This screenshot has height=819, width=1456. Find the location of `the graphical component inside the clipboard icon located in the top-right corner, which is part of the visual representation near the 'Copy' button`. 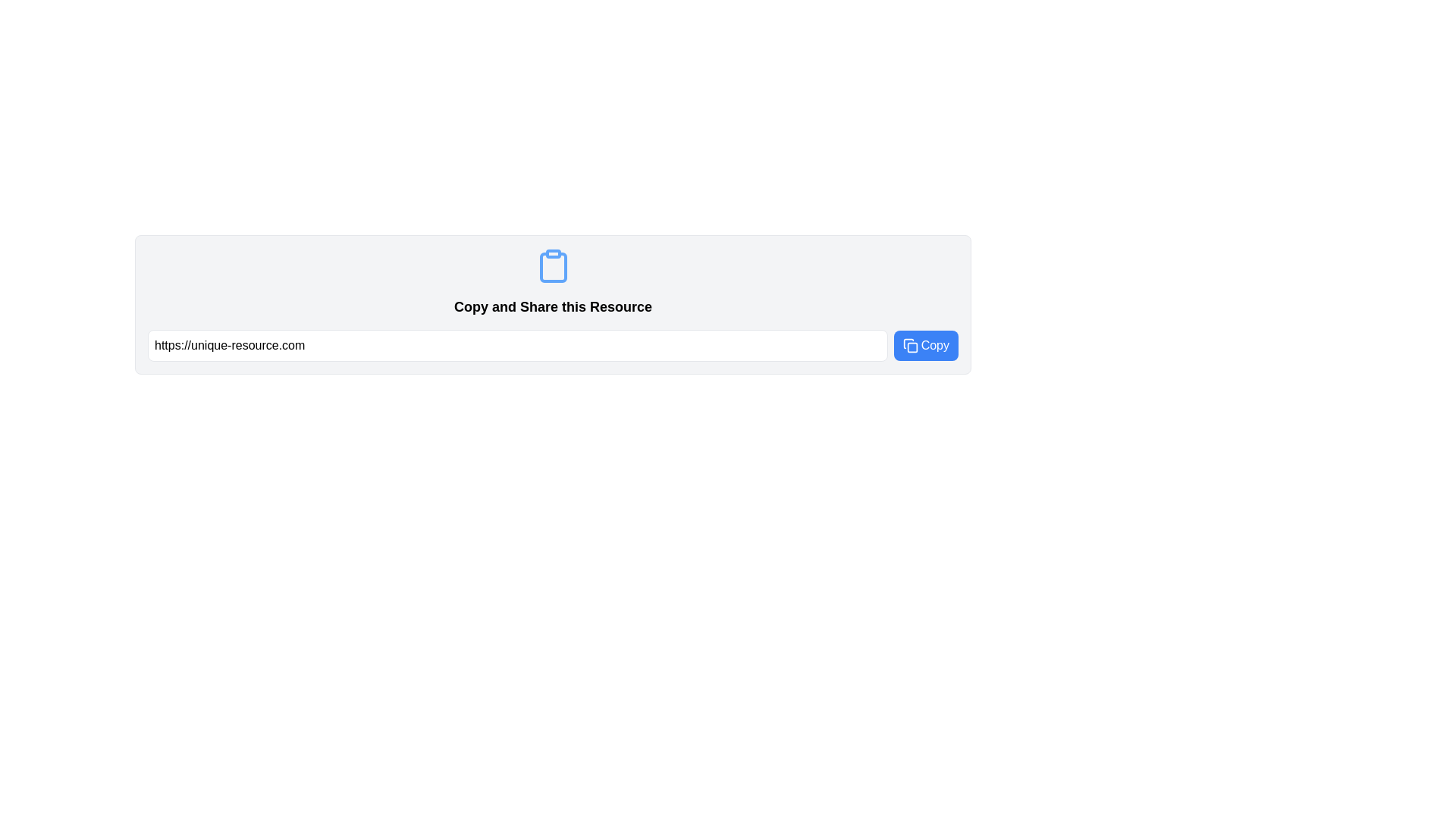

the graphical component inside the clipboard icon located in the top-right corner, which is part of the visual representation near the 'Copy' button is located at coordinates (912, 347).